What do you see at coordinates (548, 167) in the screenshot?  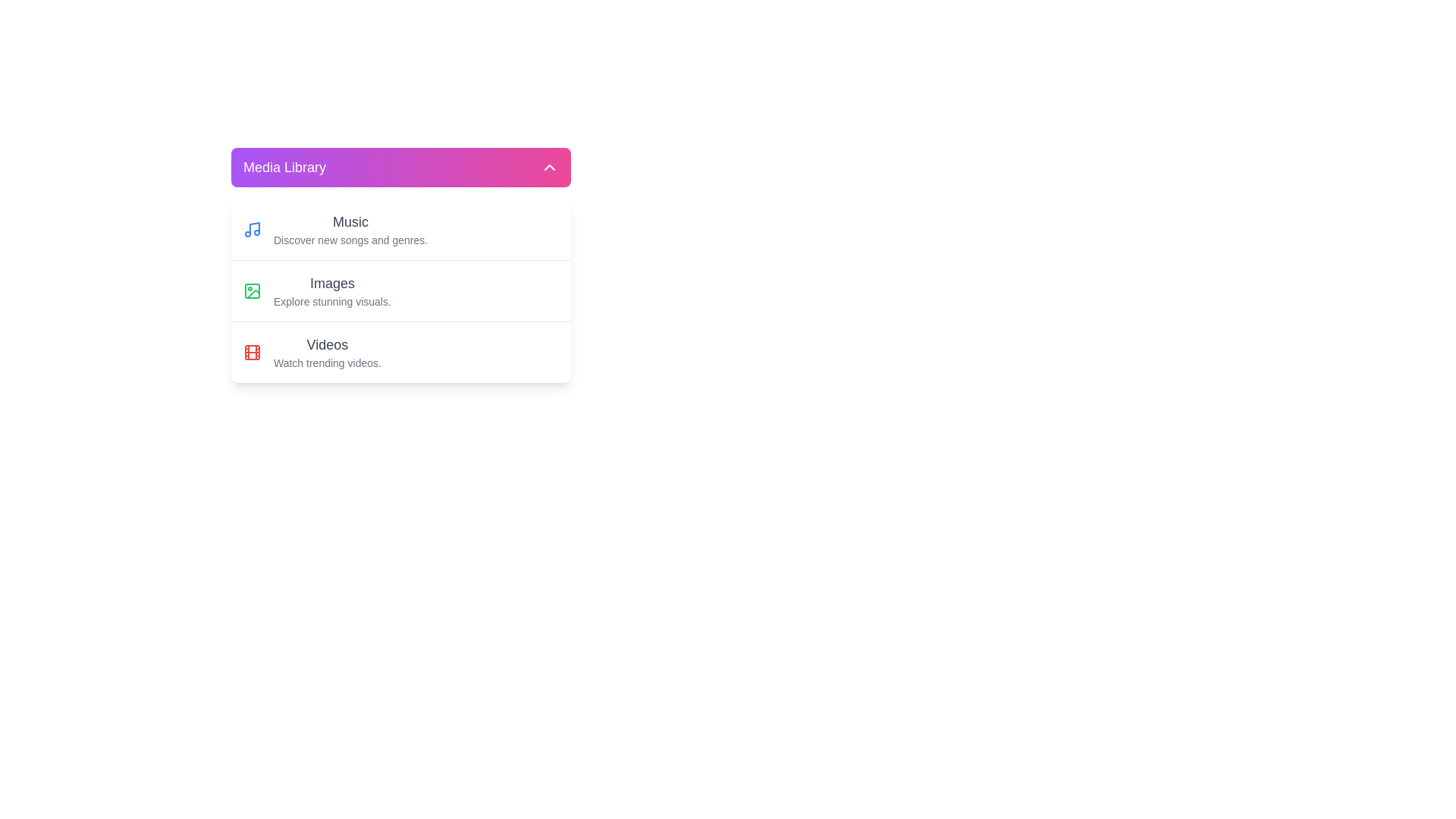 I see `the chevron icon located at the top-right corner of the 'Media Library' header bar` at bounding box center [548, 167].